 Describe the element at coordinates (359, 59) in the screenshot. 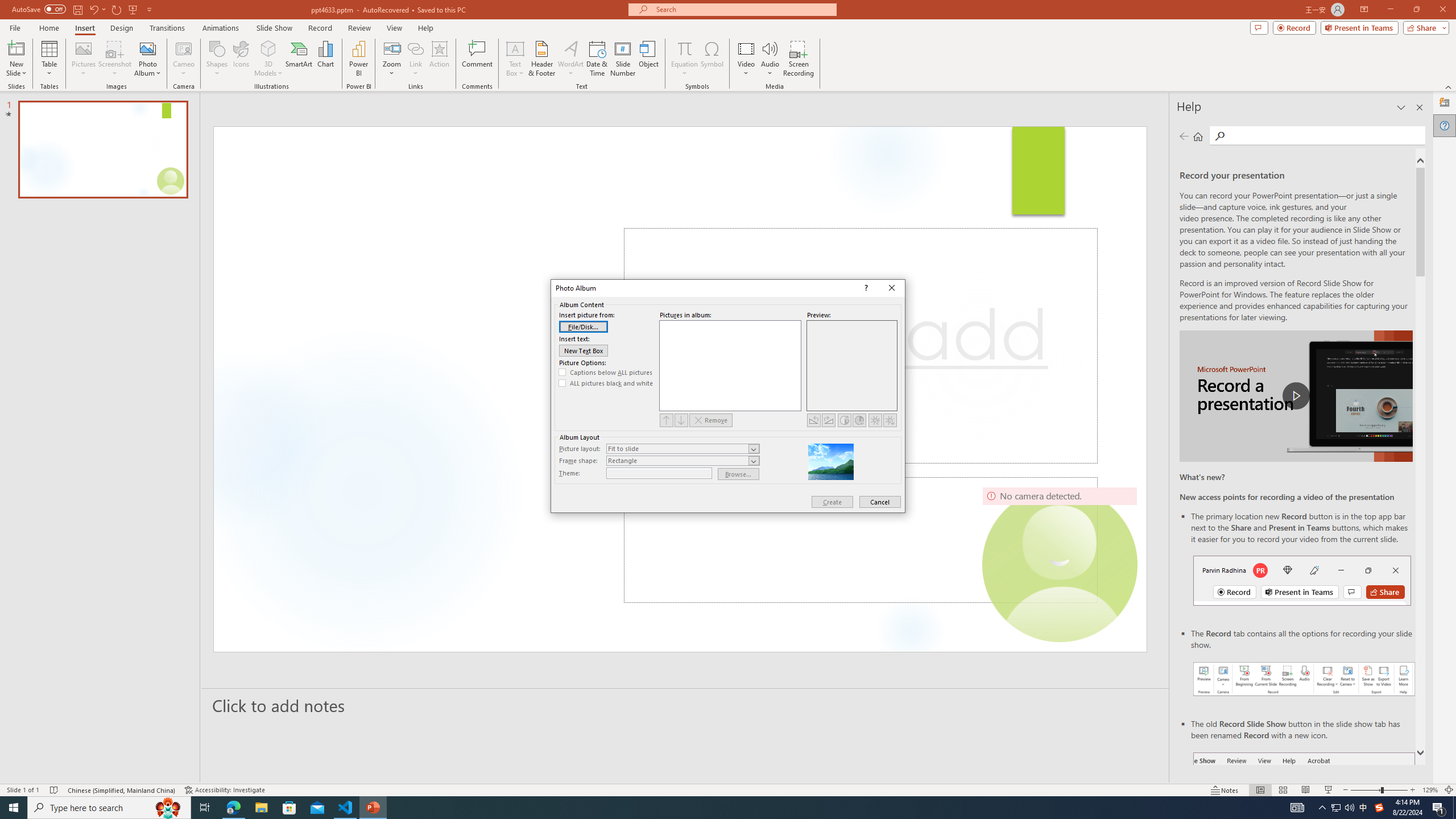

I see `'Power BI'` at that location.